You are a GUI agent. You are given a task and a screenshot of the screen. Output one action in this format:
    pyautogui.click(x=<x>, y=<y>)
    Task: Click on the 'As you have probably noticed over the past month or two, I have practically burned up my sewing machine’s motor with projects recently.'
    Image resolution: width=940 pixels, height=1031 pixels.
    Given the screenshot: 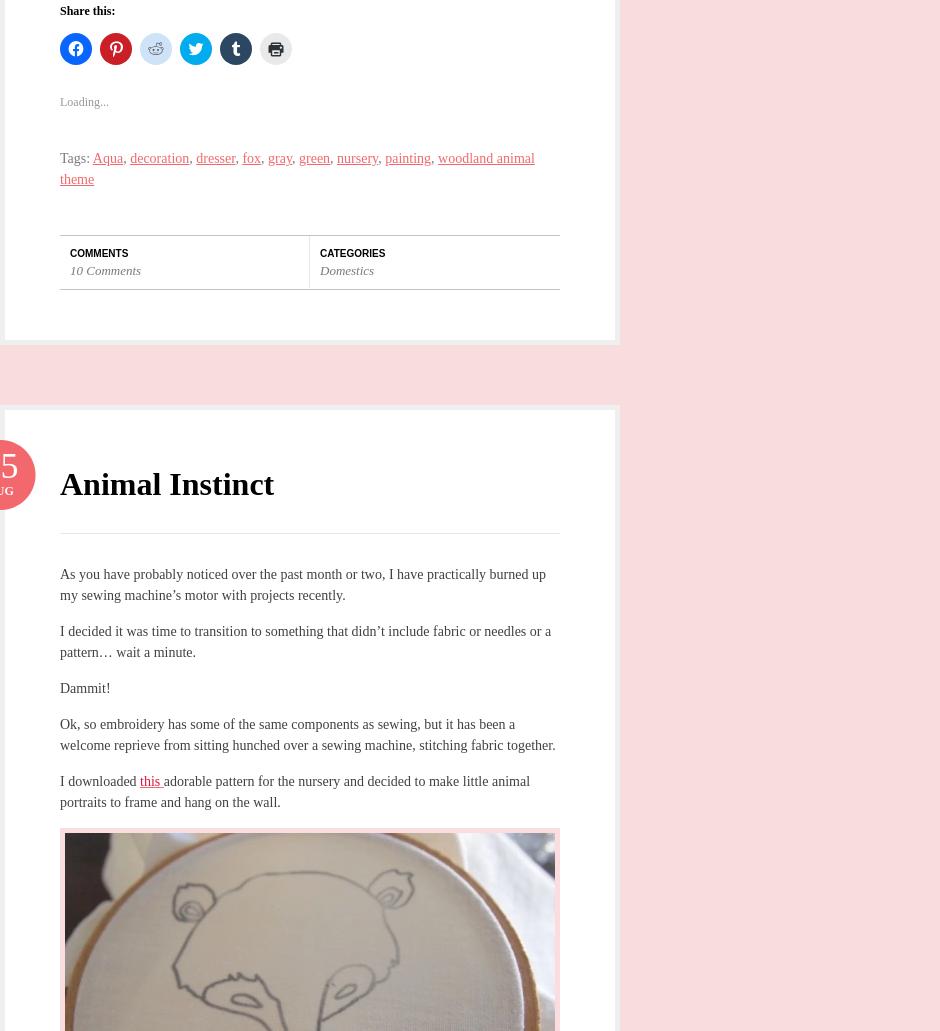 What is the action you would take?
    pyautogui.click(x=301, y=582)
    